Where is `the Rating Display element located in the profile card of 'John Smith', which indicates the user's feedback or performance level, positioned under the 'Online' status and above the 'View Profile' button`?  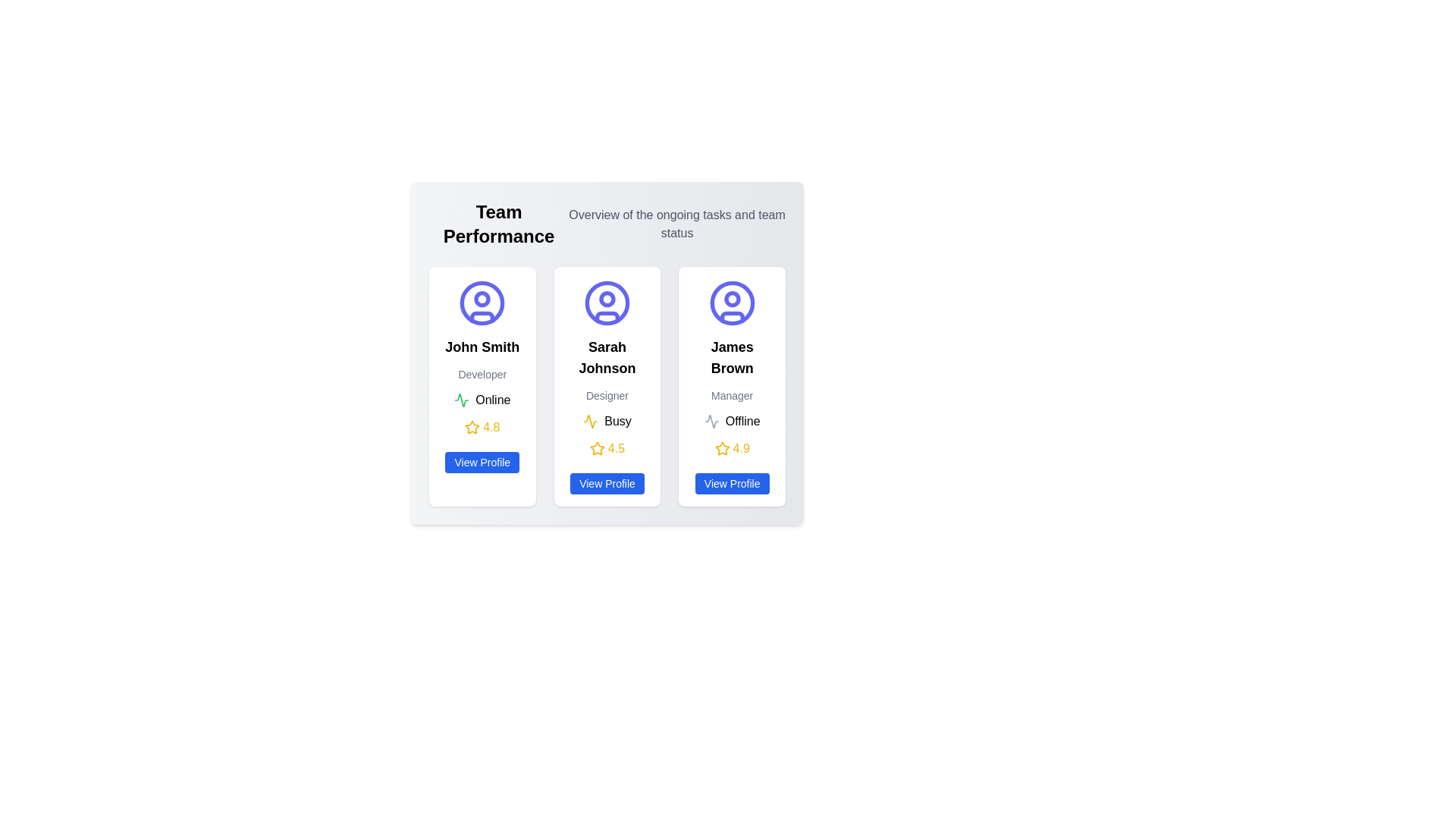
the Rating Display element located in the profile card of 'John Smith', which indicates the user's feedback or performance level, positioned under the 'Online' status and above the 'View Profile' button is located at coordinates (482, 427).